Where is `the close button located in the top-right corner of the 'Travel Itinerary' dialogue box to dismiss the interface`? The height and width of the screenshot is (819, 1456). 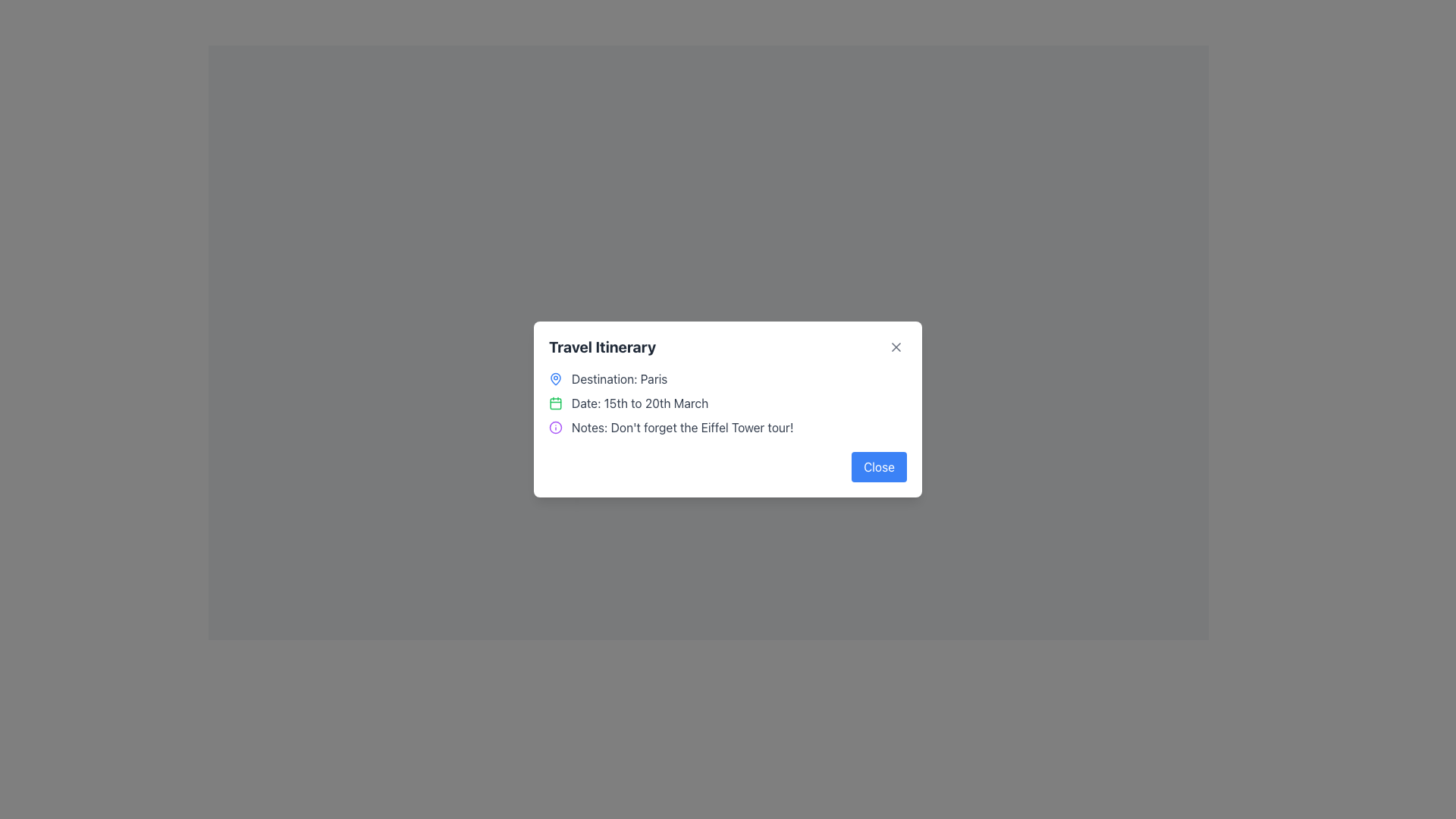 the close button located in the top-right corner of the 'Travel Itinerary' dialogue box to dismiss the interface is located at coordinates (896, 347).